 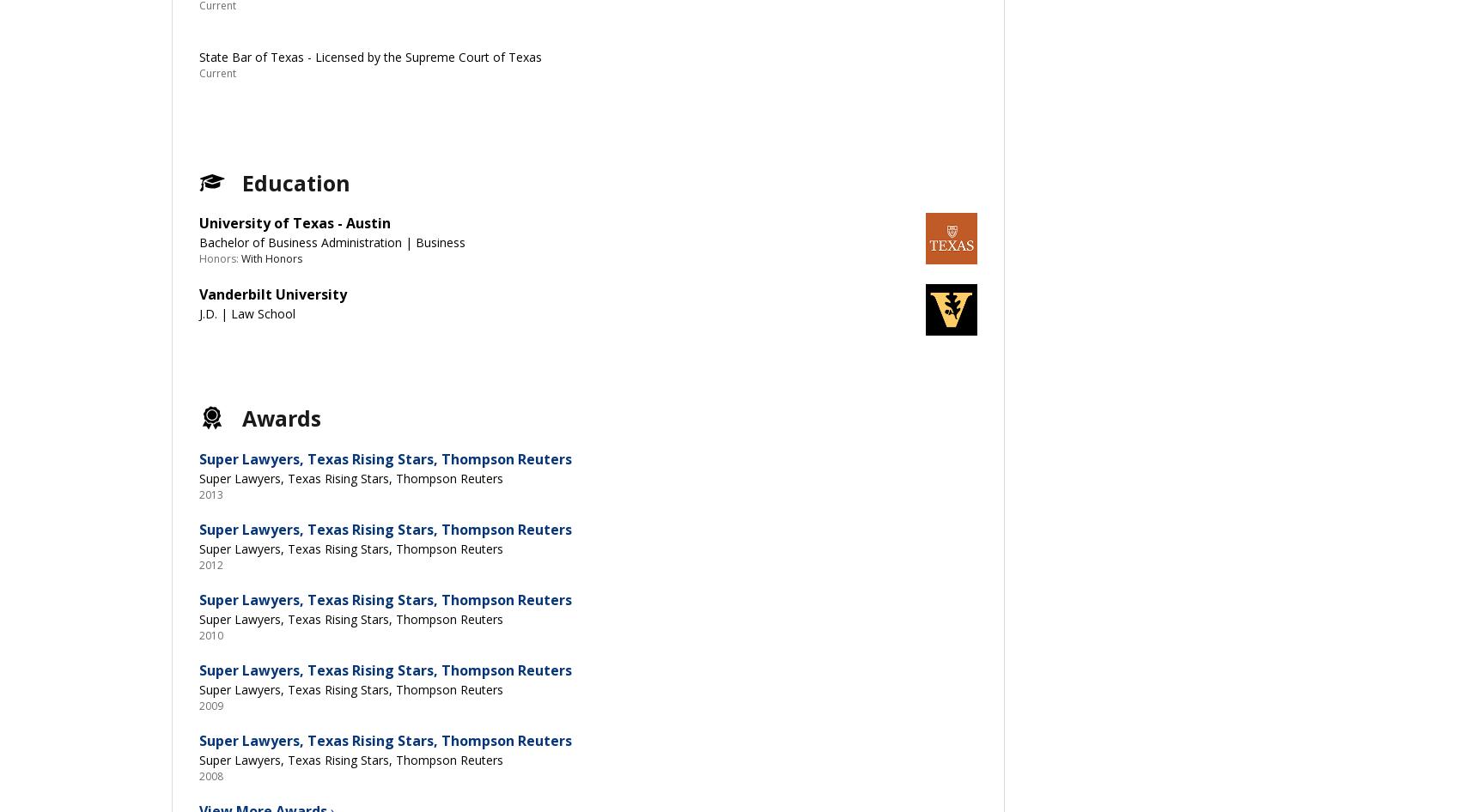 What do you see at coordinates (210, 633) in the screenshot?
I see `'2010'` at bounding box center [210, 633].